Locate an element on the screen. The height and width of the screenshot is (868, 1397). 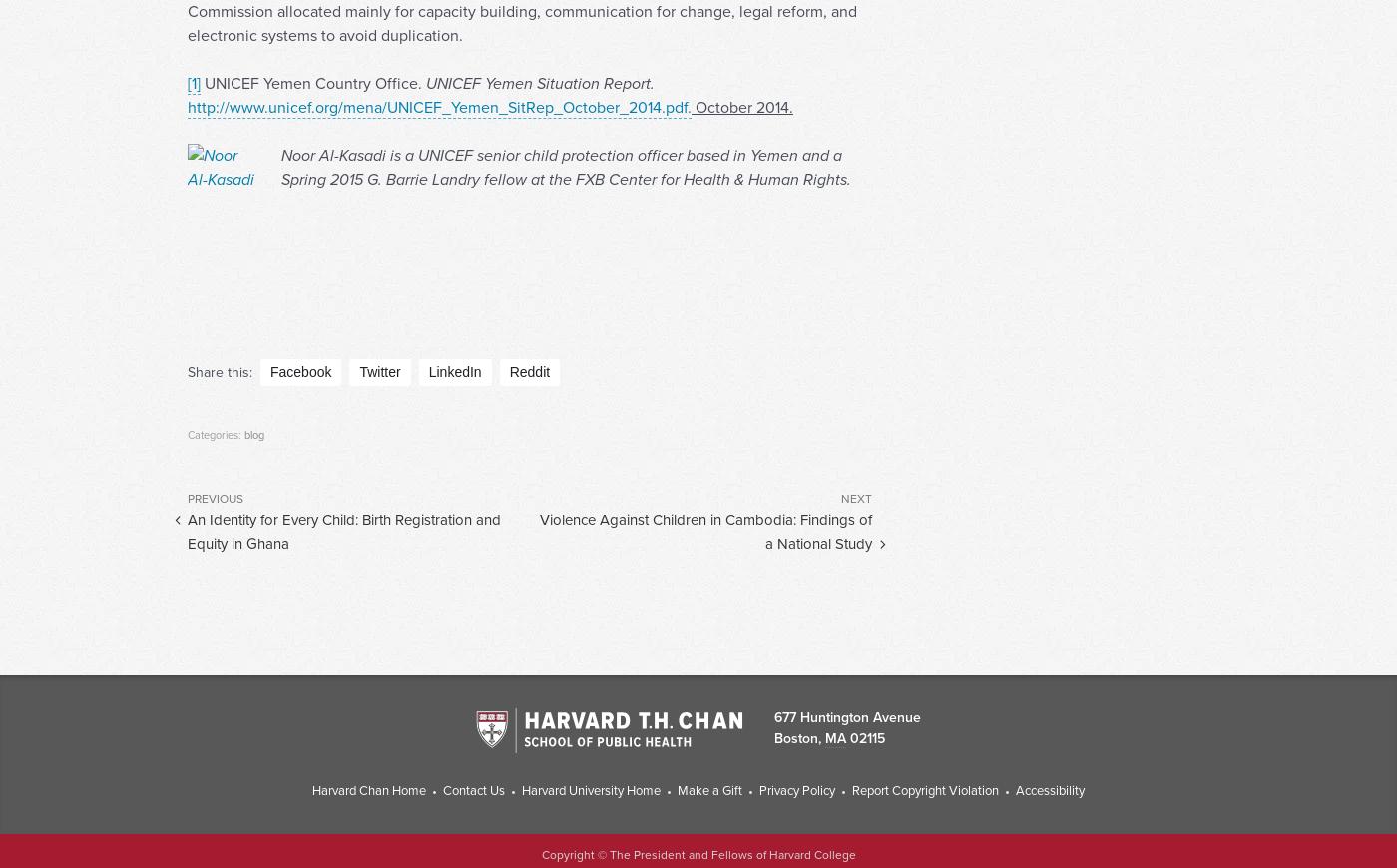
'Harvard University Home' is located at coordinates (591, 829).